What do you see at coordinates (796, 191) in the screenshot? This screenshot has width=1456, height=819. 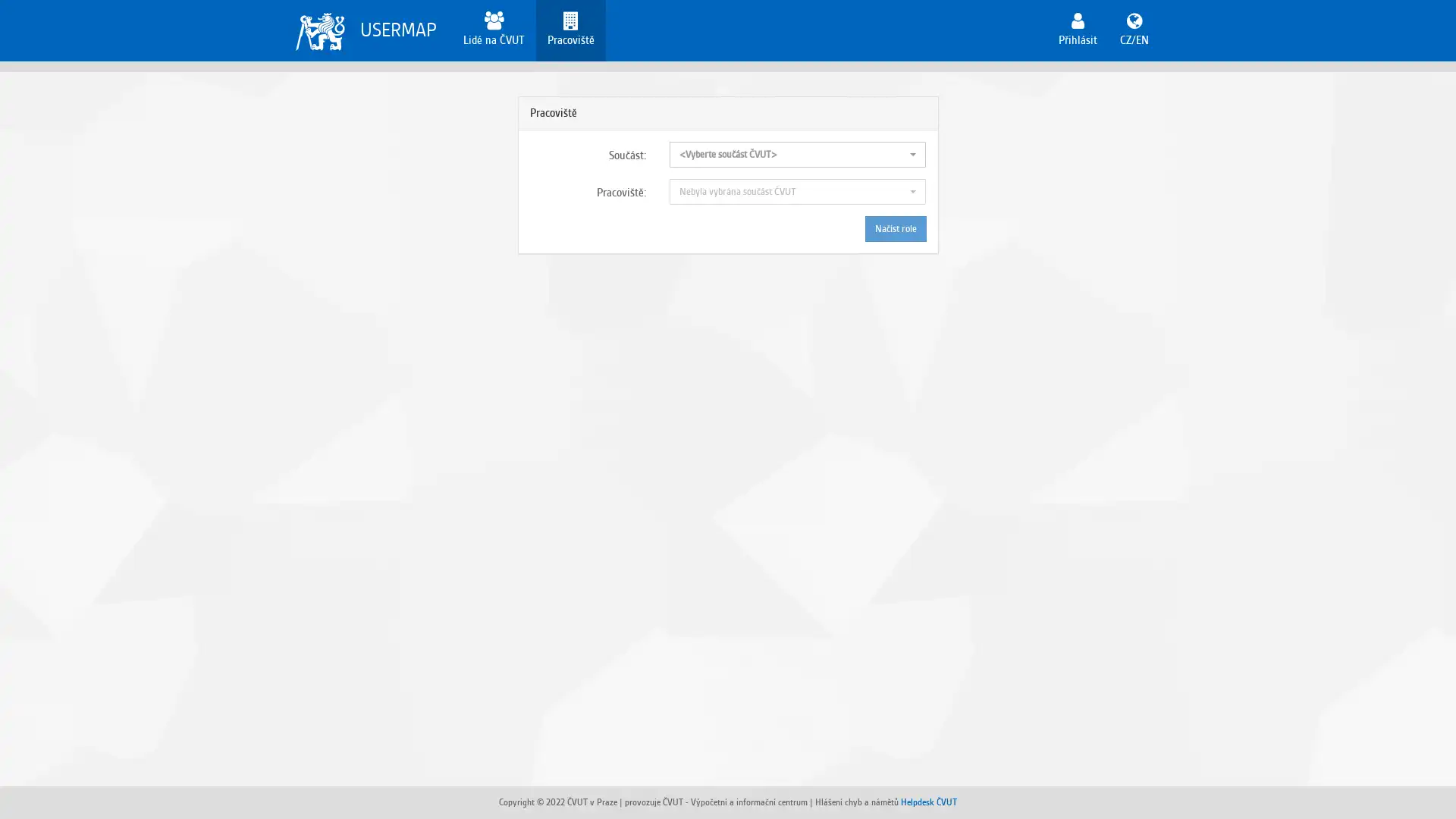 I see `Nebyla vybrana soucast CVUT` at bounding box center [796, 191].